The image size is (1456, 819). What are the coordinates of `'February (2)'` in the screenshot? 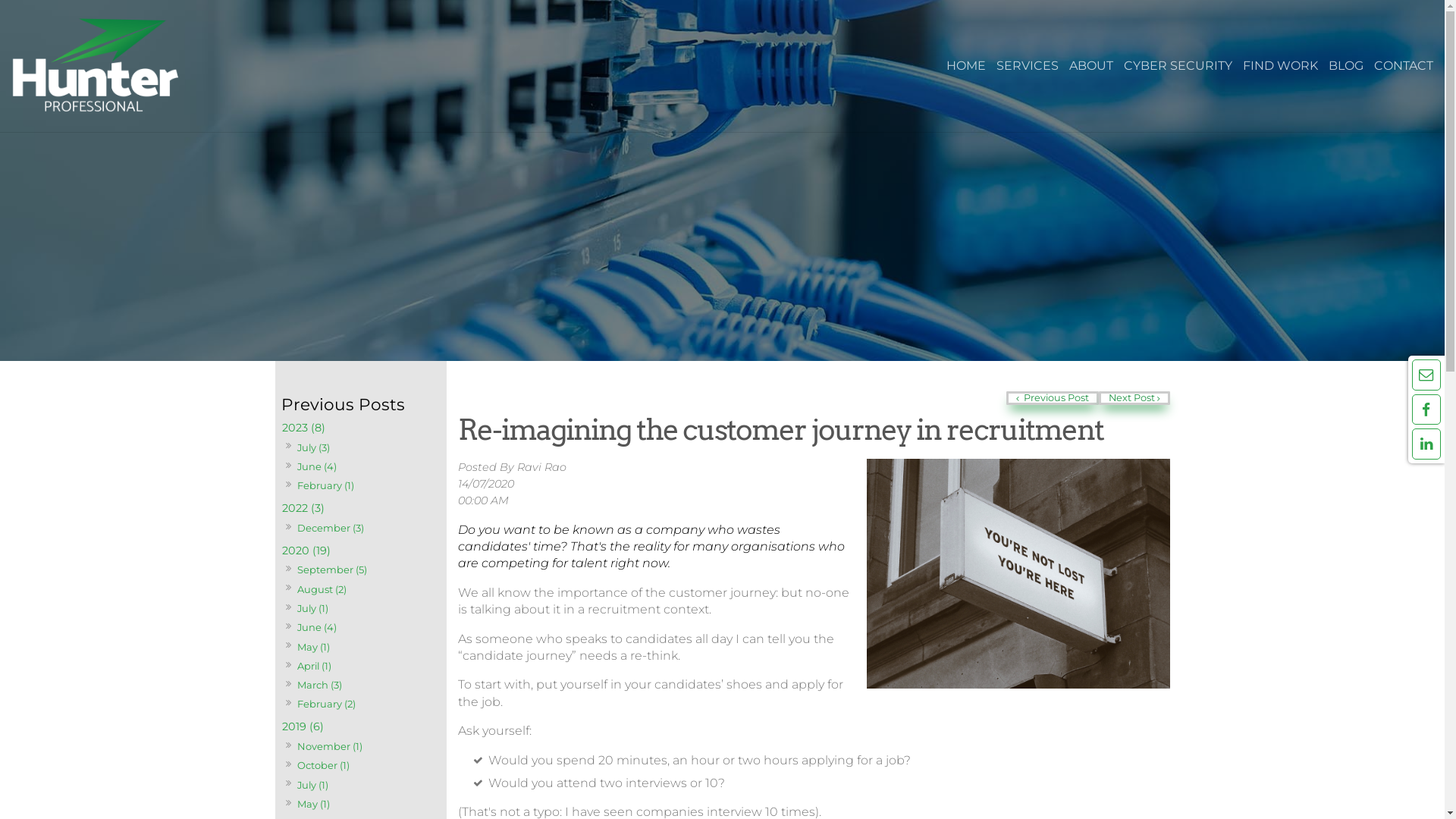 It's located at (295, 704).